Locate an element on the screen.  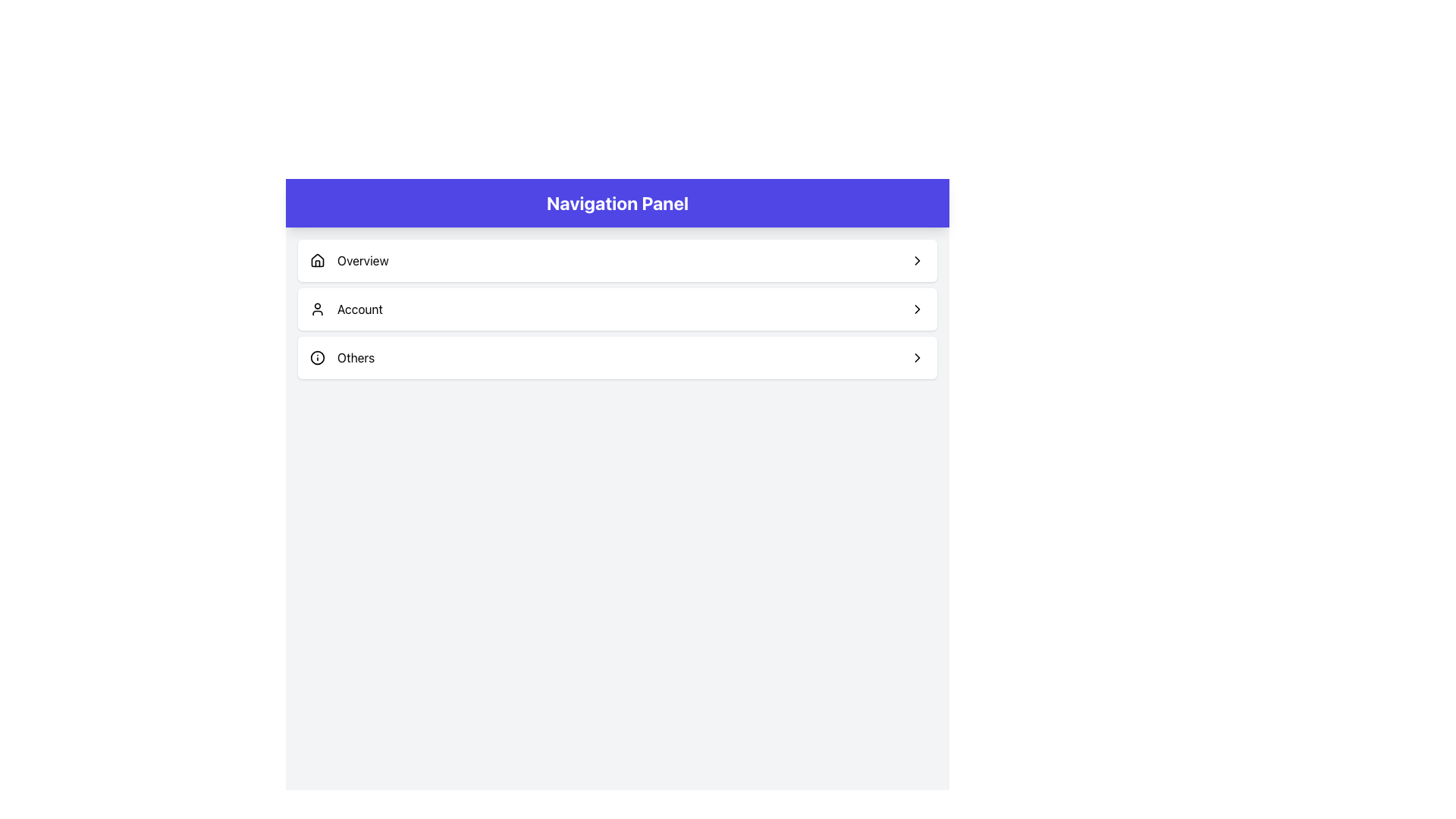
the navigational button located between 'Overview' and 'Others' is located at coordinates (617, 309).